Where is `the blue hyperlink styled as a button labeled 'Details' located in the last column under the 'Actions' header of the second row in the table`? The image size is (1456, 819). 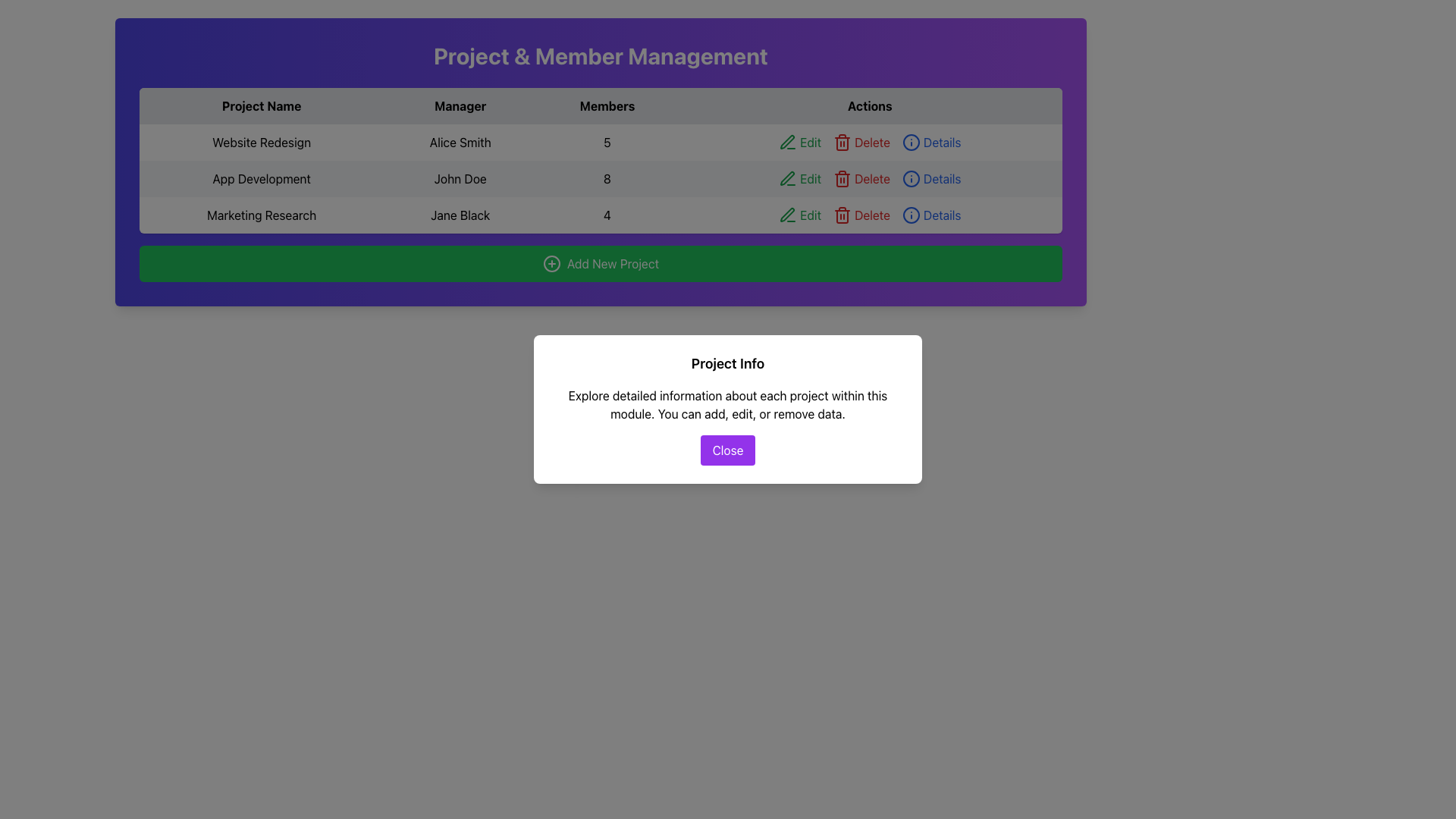 the blue hyperlink styled as a button labeled 'Details' located in the last column under the 'Actions' header of the second row in the table is located at coordinates (930, 177).